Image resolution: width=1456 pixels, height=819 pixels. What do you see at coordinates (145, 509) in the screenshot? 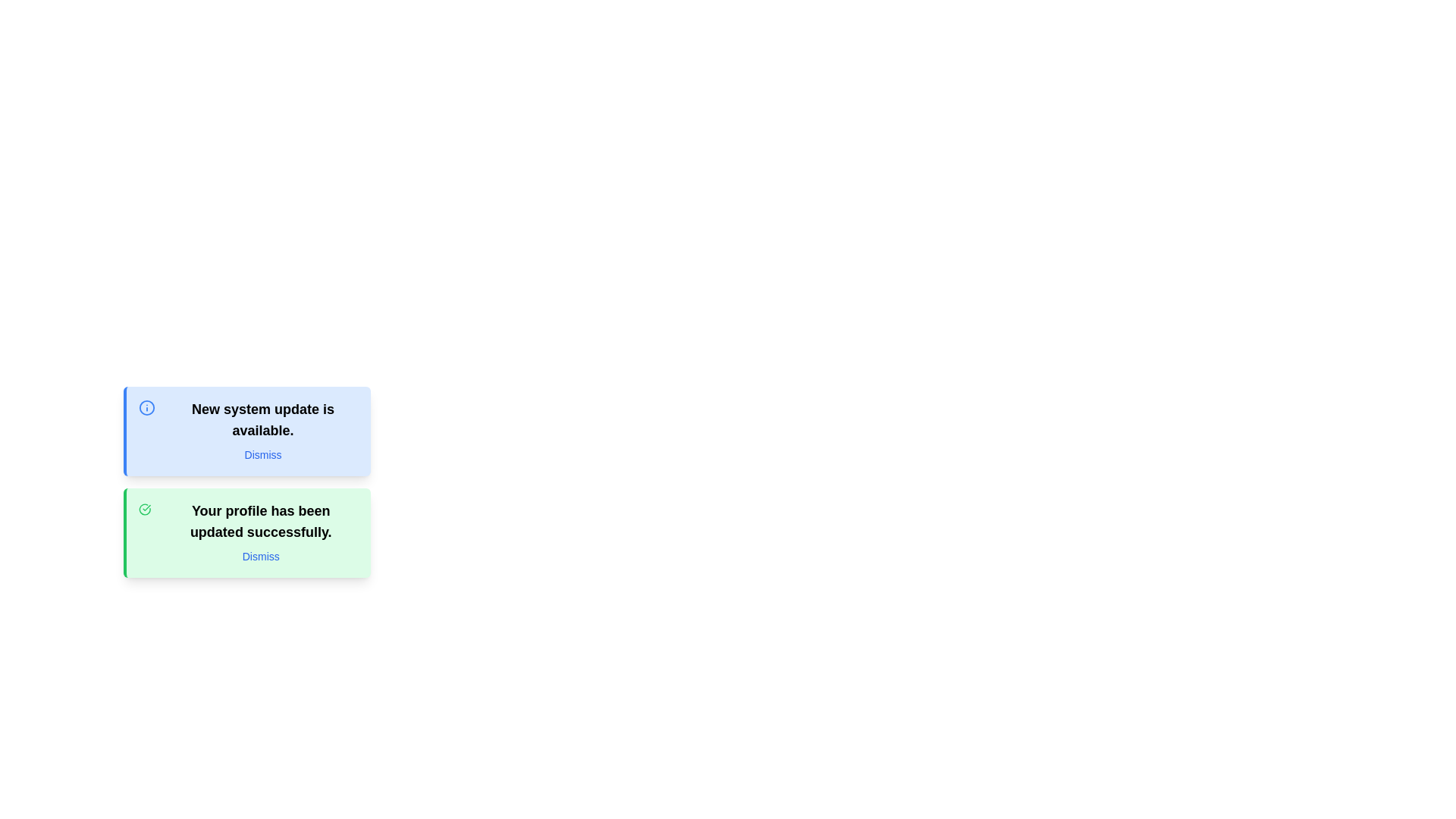
I see `the success confirmation icon located in the green notification box that indicates 'Your profile has been updated successfully.'` at bounding box center [145, 509].